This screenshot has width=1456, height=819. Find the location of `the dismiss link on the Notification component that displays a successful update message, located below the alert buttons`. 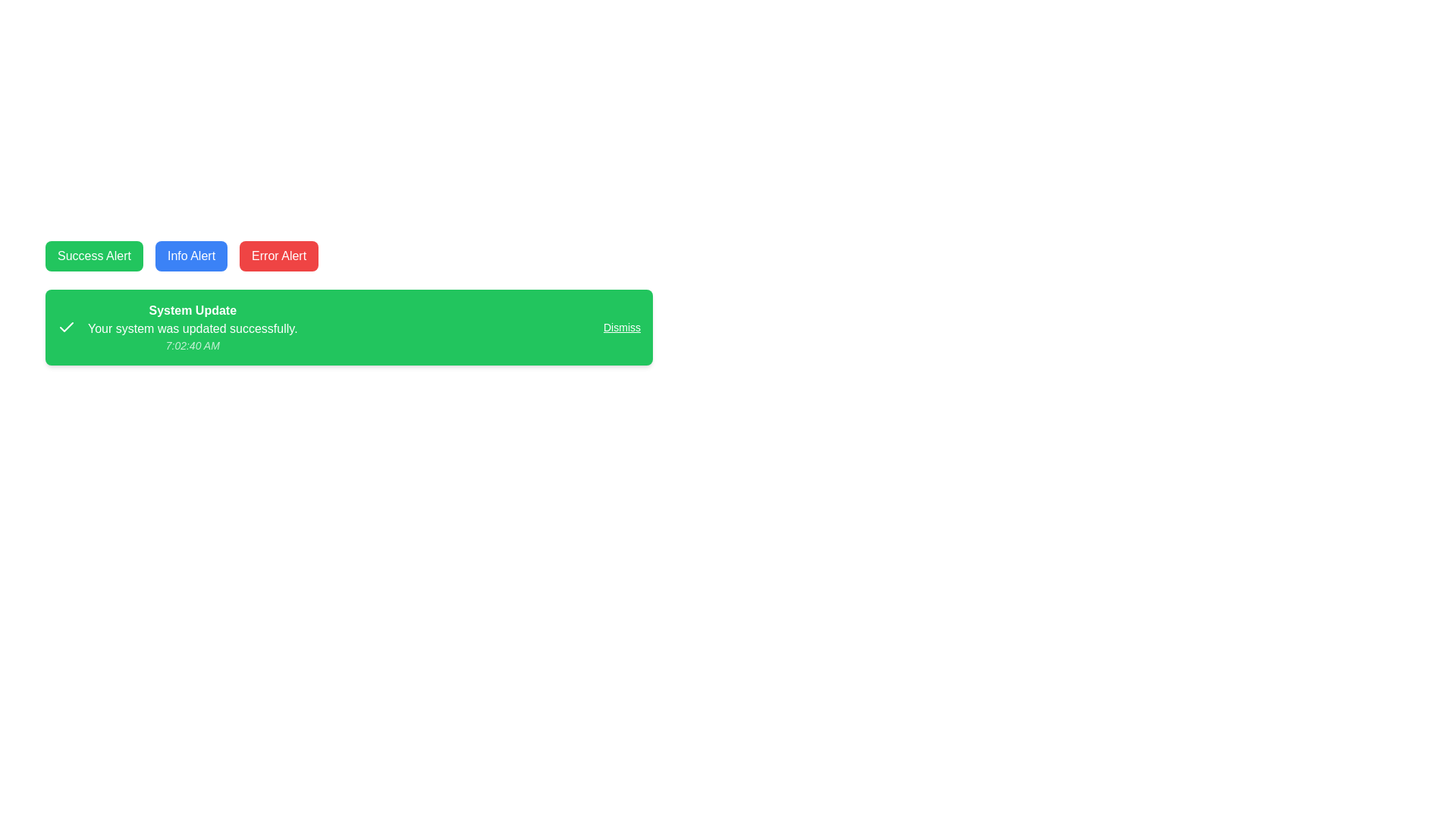

the dismiss link on the Notification component that displays a successful update message, located below the alert buttons is located at coordinates (348, 327).